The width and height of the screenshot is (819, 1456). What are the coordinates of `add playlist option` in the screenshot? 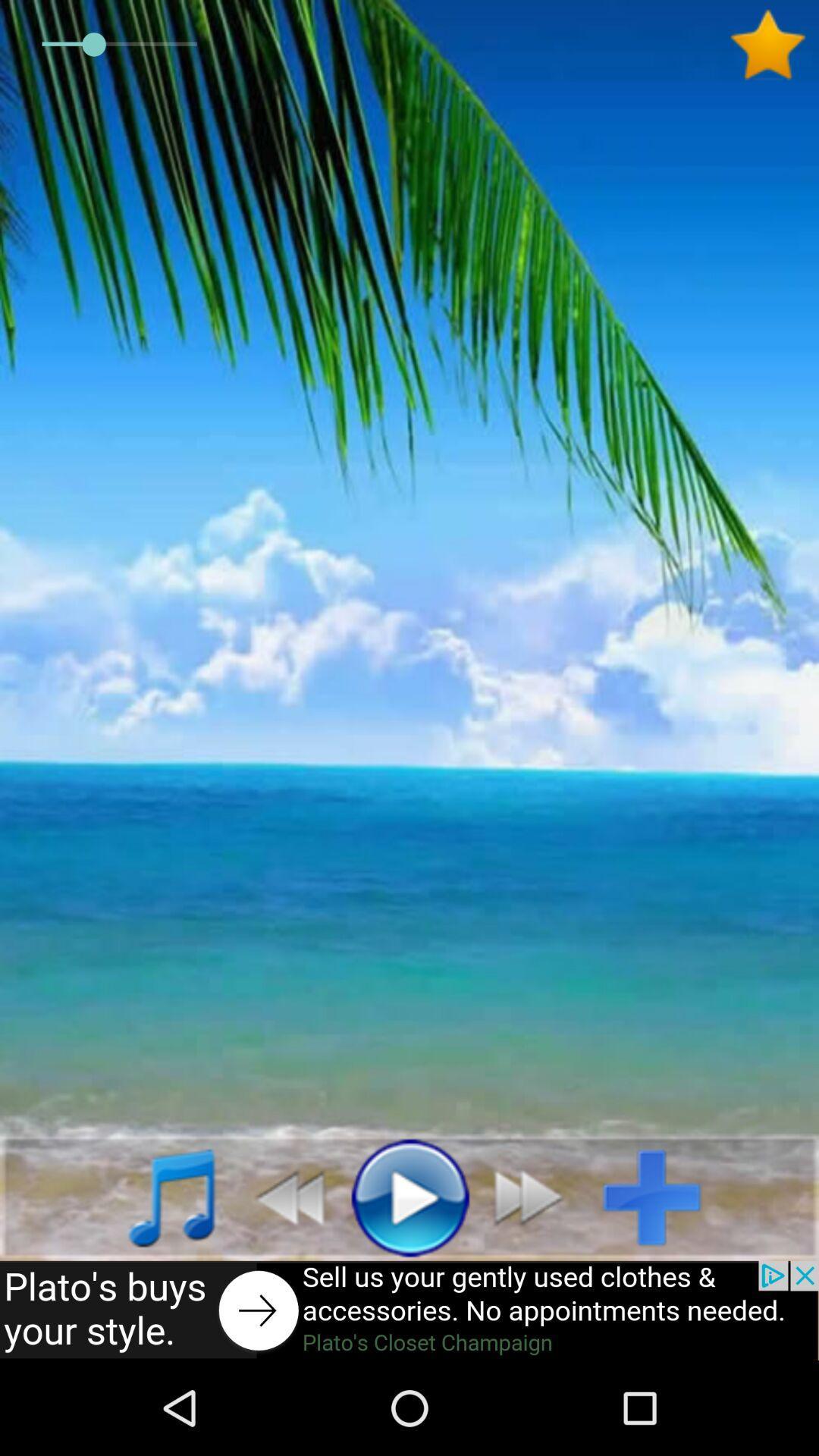 It's located at (663, 1196).